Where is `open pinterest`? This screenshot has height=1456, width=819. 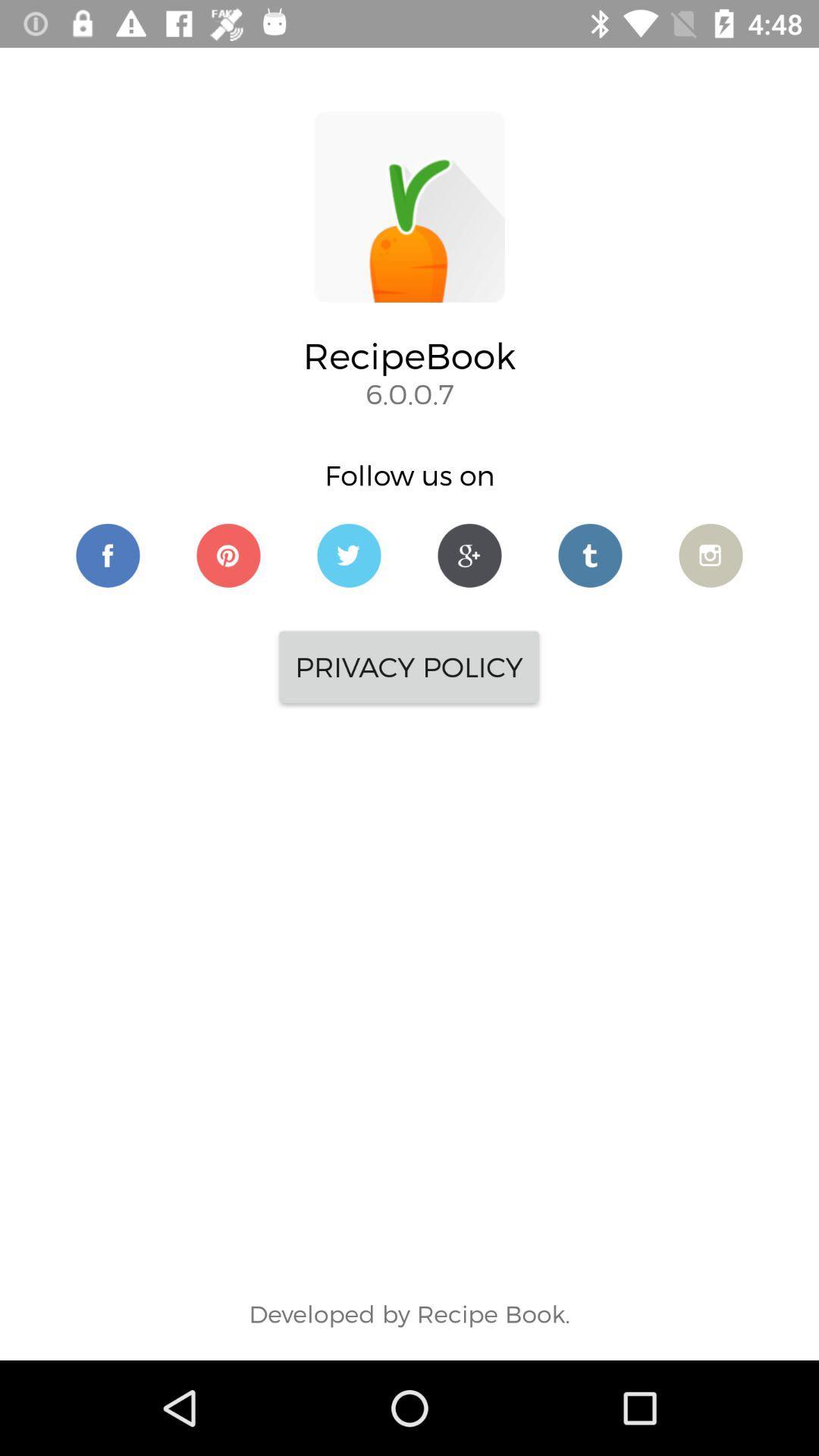 open pinterest is located at coordinates (228, 554).